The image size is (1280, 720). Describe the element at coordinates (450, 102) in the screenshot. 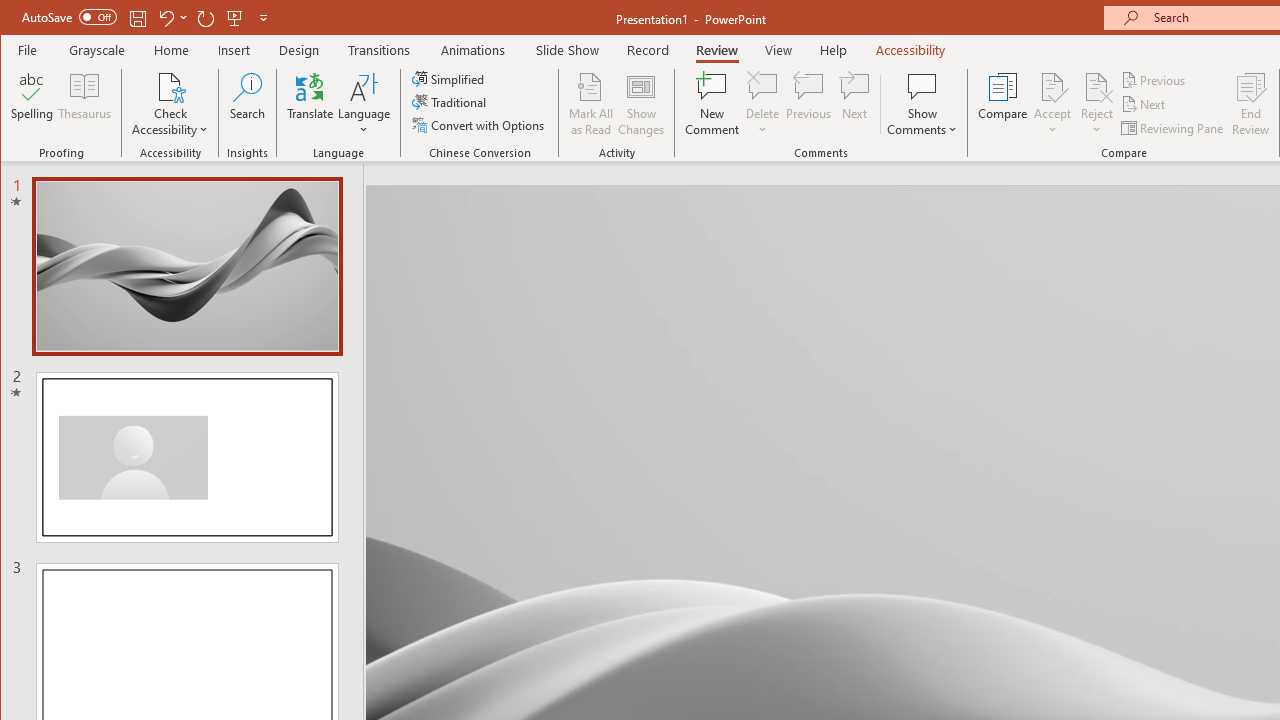

I see `'Traditional'` at that location.